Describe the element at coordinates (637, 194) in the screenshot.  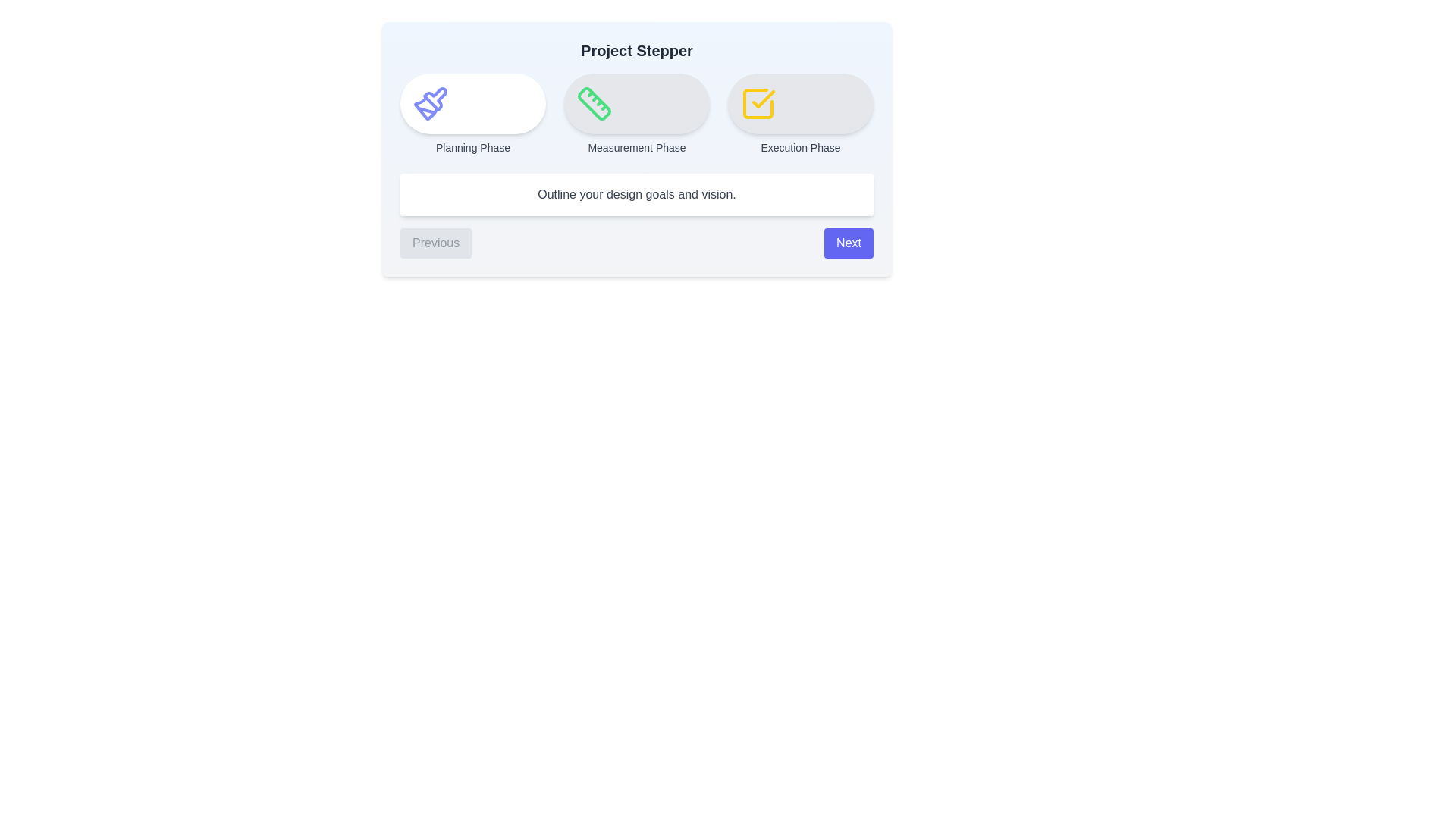
I see `the text content of the description box for the current step` at that location.